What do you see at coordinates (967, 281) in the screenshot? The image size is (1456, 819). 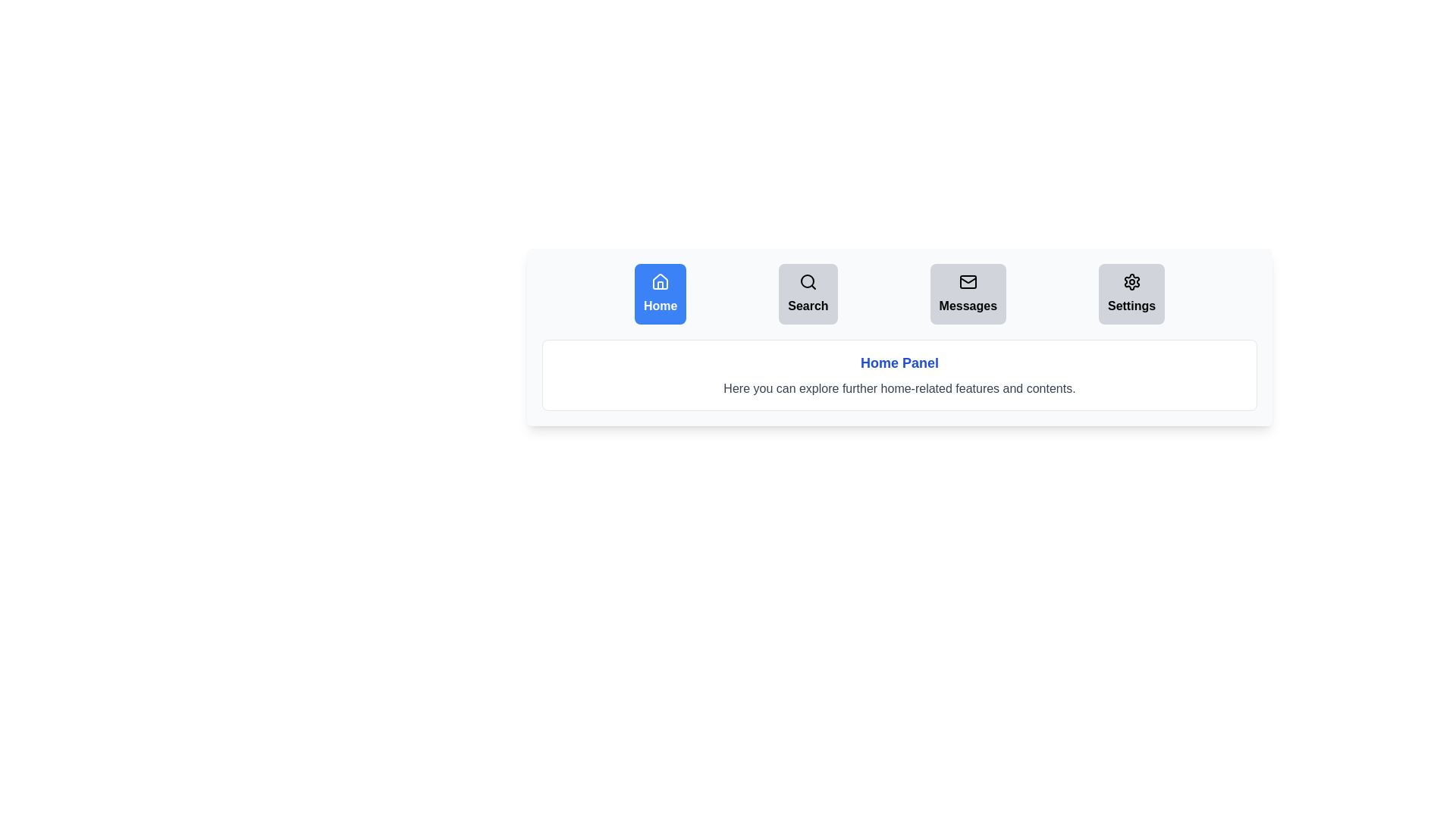 I see `the 'Messages' button, which contains a stylized mail icon and the text 'Messages' directly below it` at bounding box center [967, 281].